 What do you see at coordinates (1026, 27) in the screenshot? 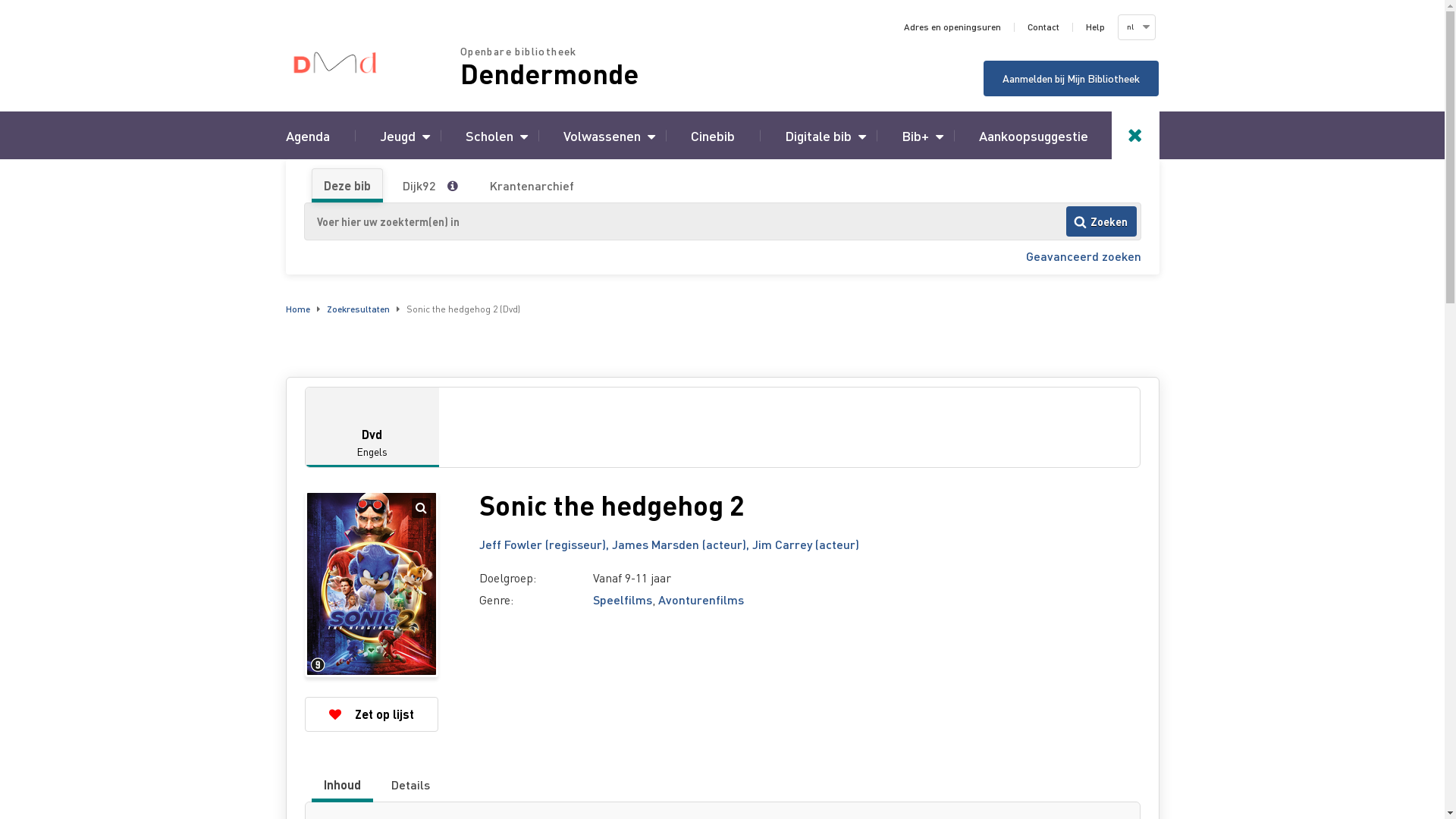
I see `'Contact'` at bounding box center [1026, 27].